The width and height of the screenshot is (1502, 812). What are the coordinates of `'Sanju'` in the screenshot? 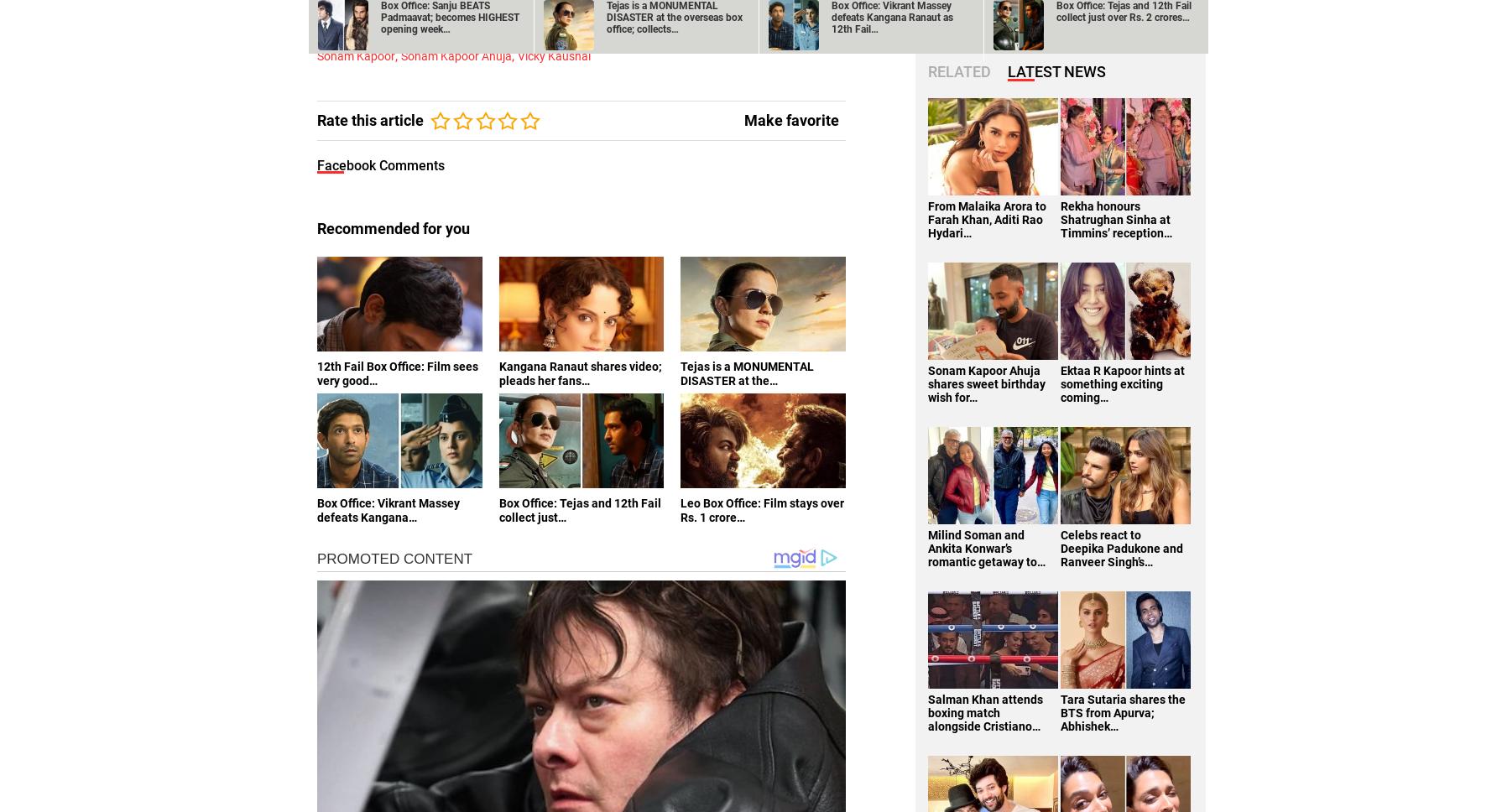 It's located at (791, 34).